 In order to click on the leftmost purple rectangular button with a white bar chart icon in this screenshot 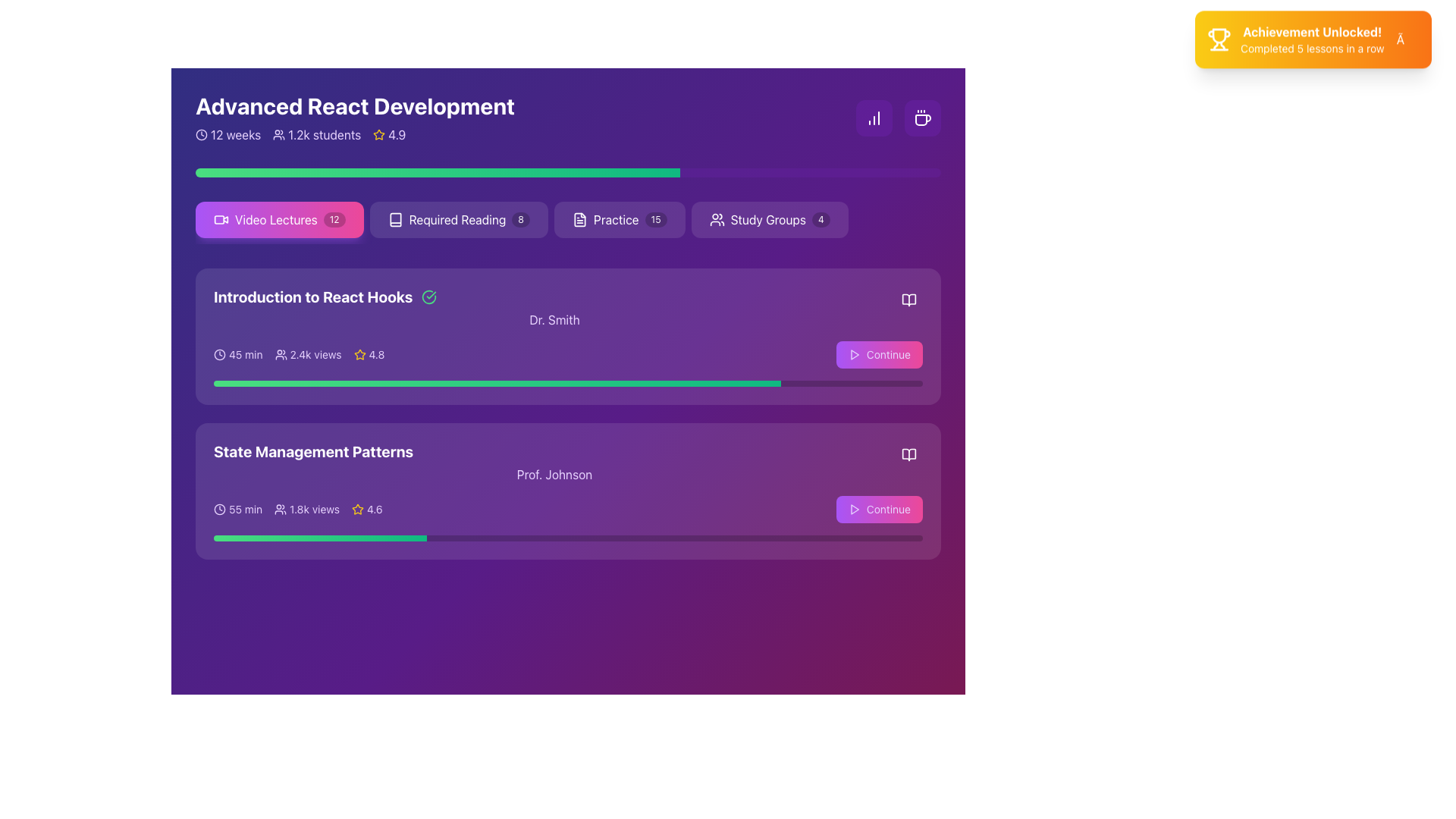, I will do `click(874, 117)`.